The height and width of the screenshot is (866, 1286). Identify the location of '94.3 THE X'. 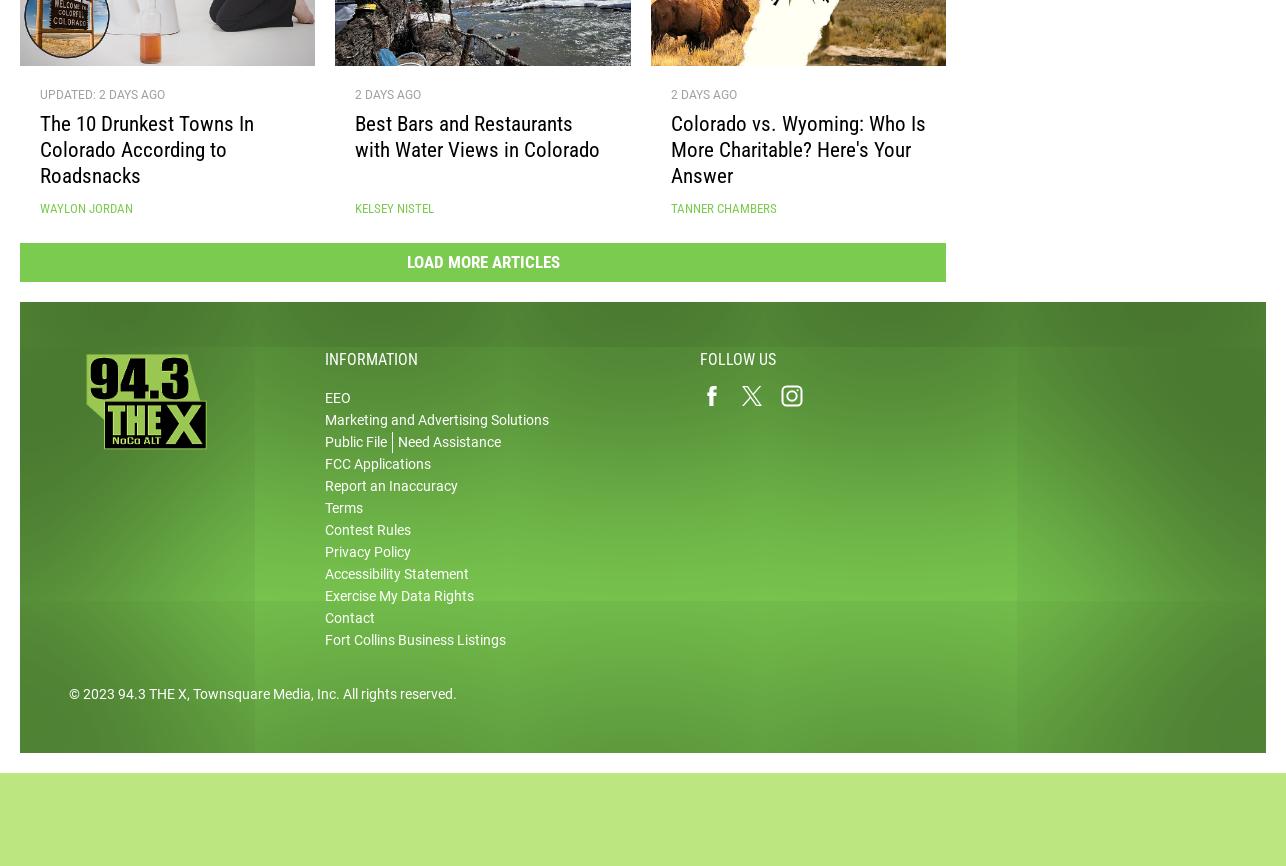
(152, 700).